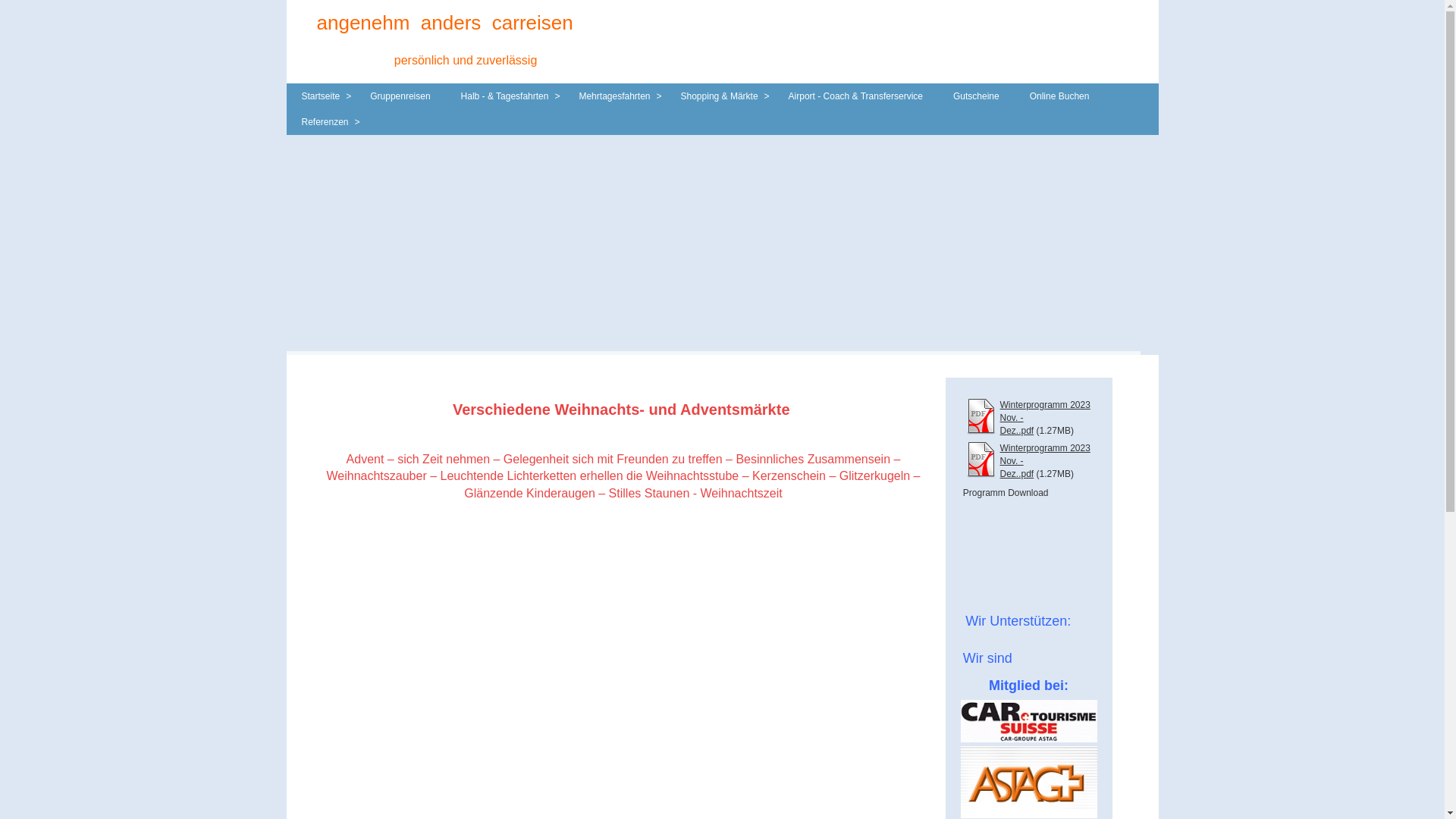 The image size is (1456, 819). Describe the element at coordinates (976, 96) in the screenshot. I see `'Gutscheine'` at that location.